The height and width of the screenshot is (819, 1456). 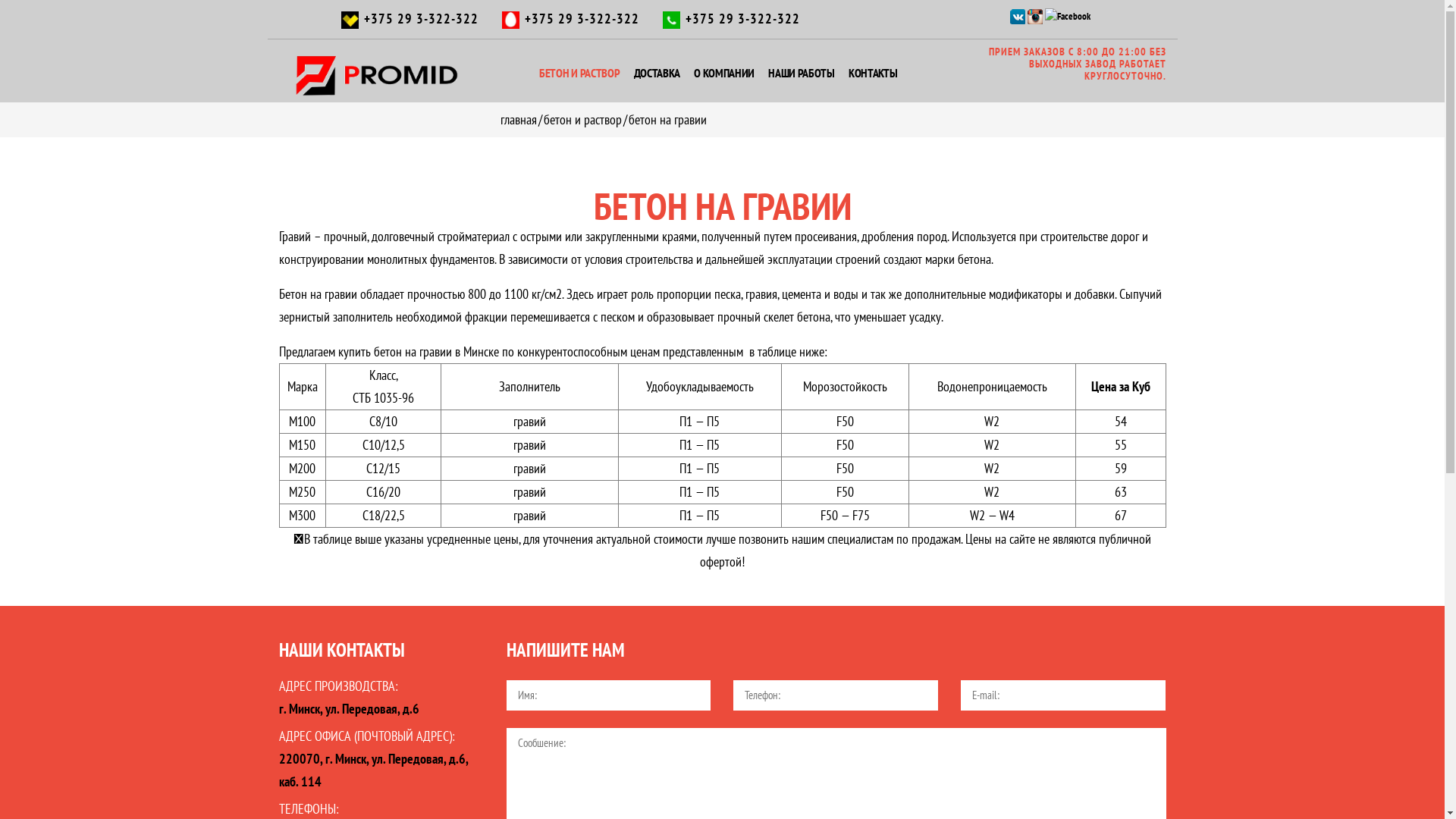 What do you see at coordinates (581, 18) in the screenshot?
I see `'+375 29 3-322-322'` at bounding box center [581, 18].